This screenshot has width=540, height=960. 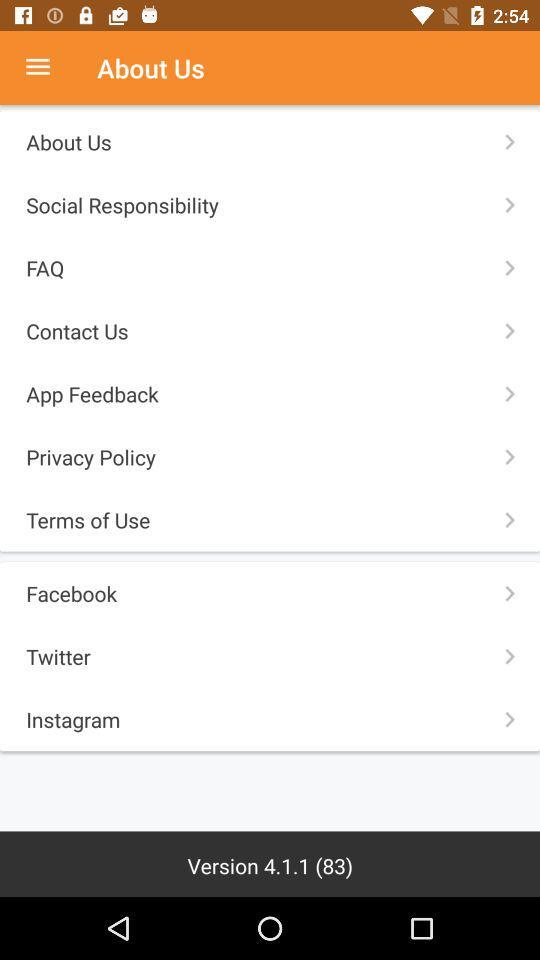 I want to click on open drop down menu, so click(x=48, y=68).